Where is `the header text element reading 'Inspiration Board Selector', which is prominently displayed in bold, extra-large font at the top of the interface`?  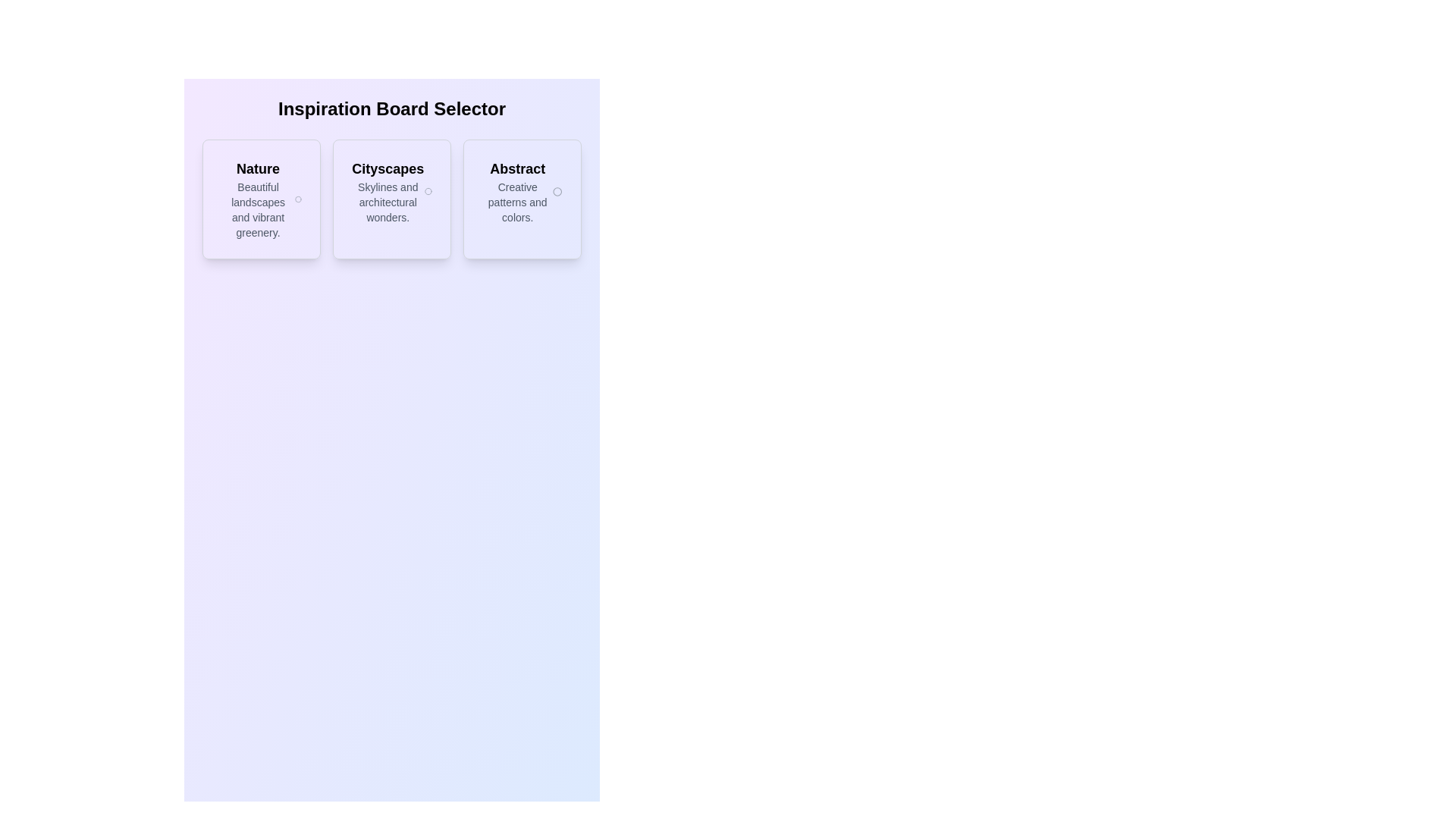
the header text element reading 'Inspiration Board Selector', which is prominently displayed in bold, extra-large font at the top of the interface is located at coordinates (392, 108).